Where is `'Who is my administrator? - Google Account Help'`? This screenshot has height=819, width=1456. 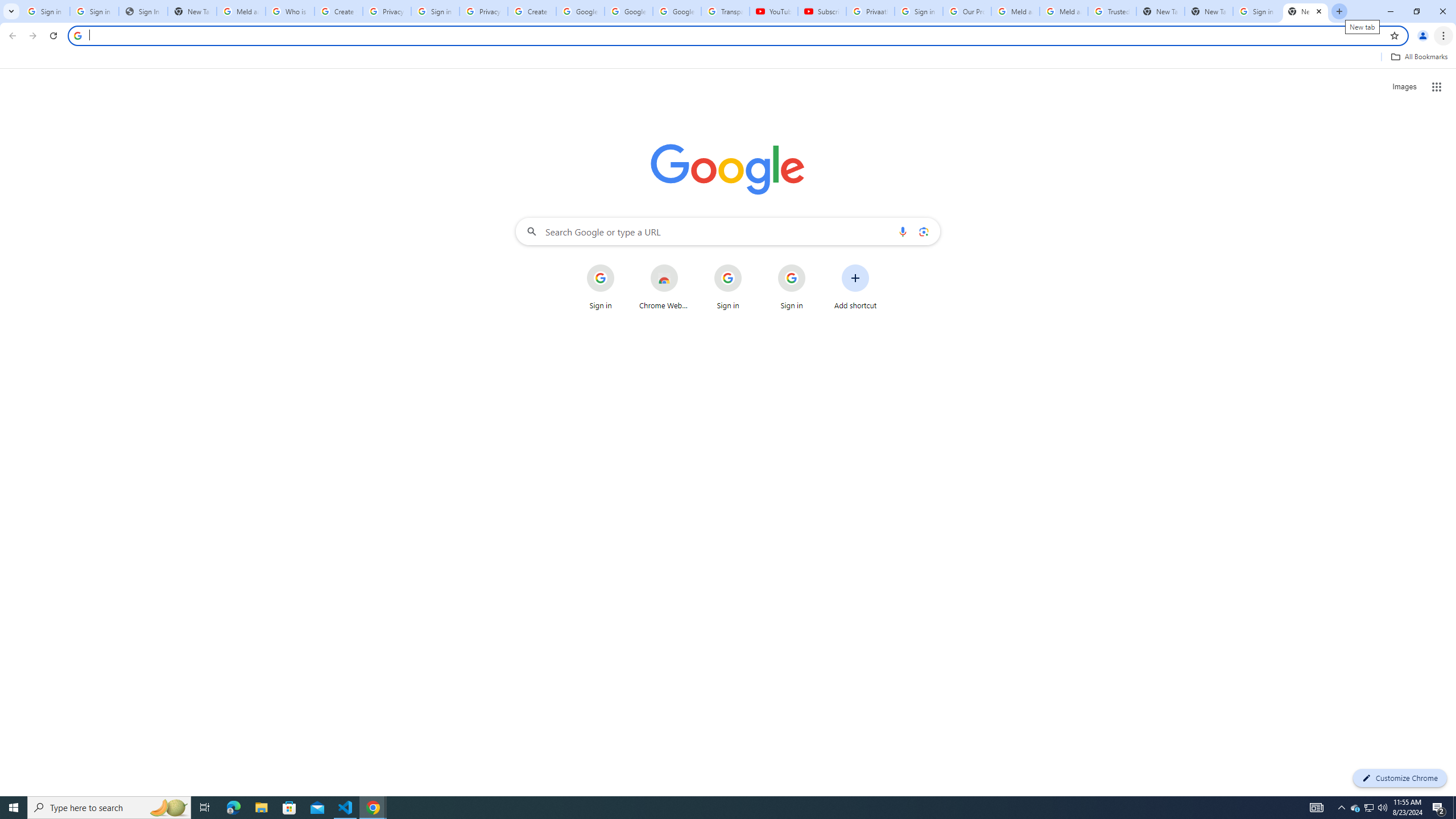 'Who is my administrator? - Google Account Help' is located at coordinates (289, 11).